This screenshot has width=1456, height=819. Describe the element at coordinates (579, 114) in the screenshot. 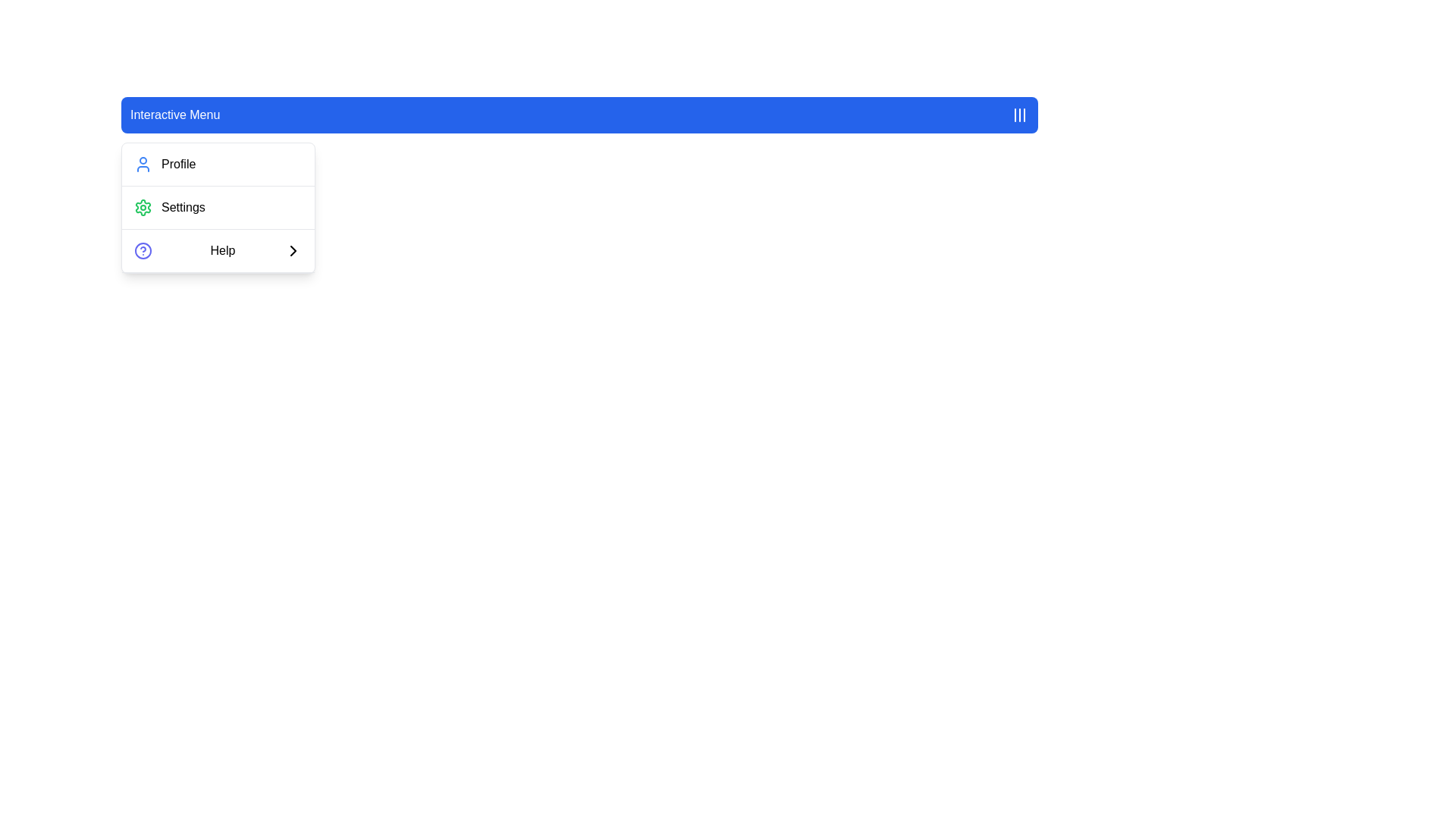

I see `the Navigation Menu Bar located at the top center of the interface for keyboard navigation` at that location.